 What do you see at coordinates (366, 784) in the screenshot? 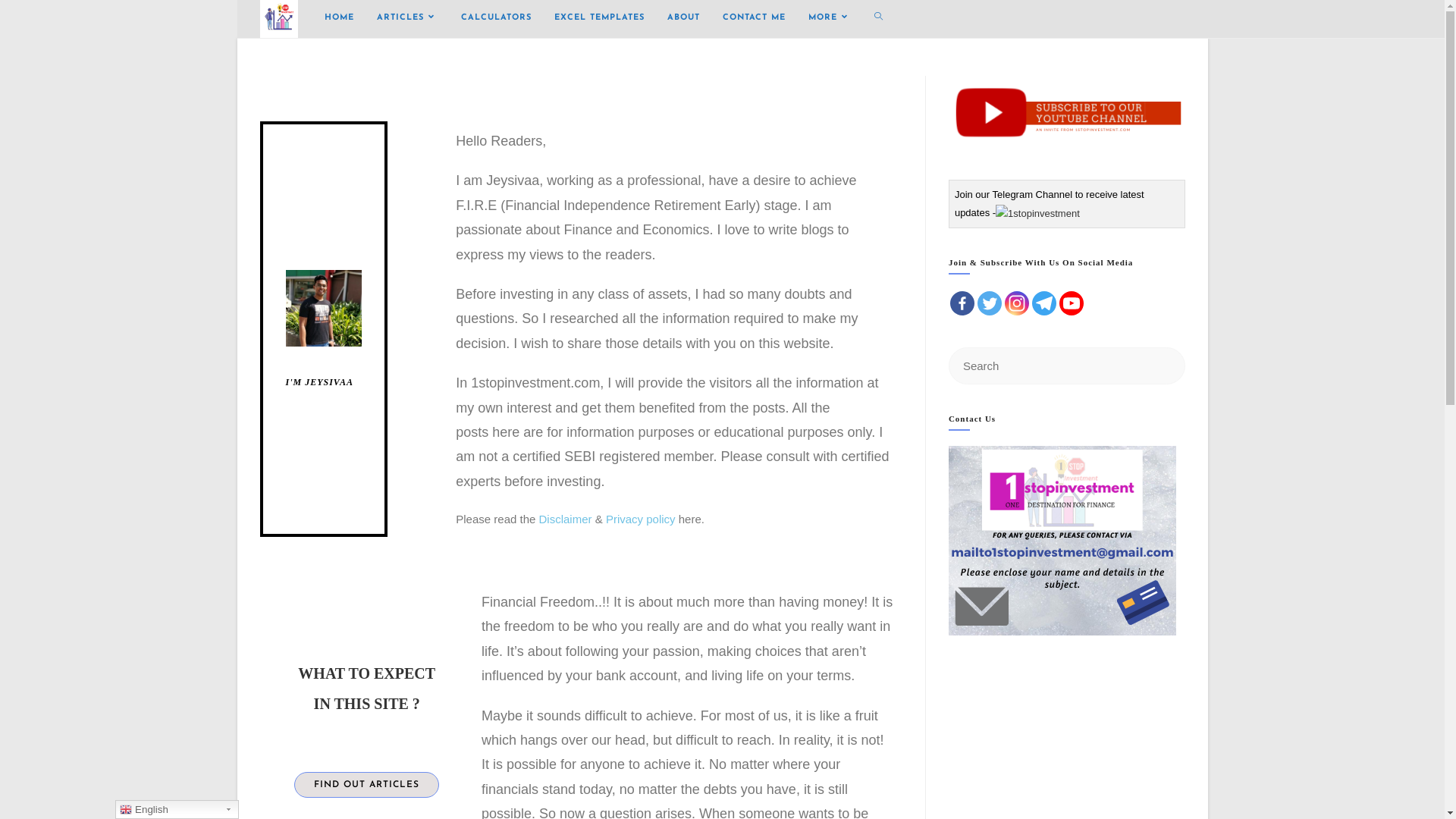
I see `'FIND OUT ARTICLES'` at bounding box center [366, 784].